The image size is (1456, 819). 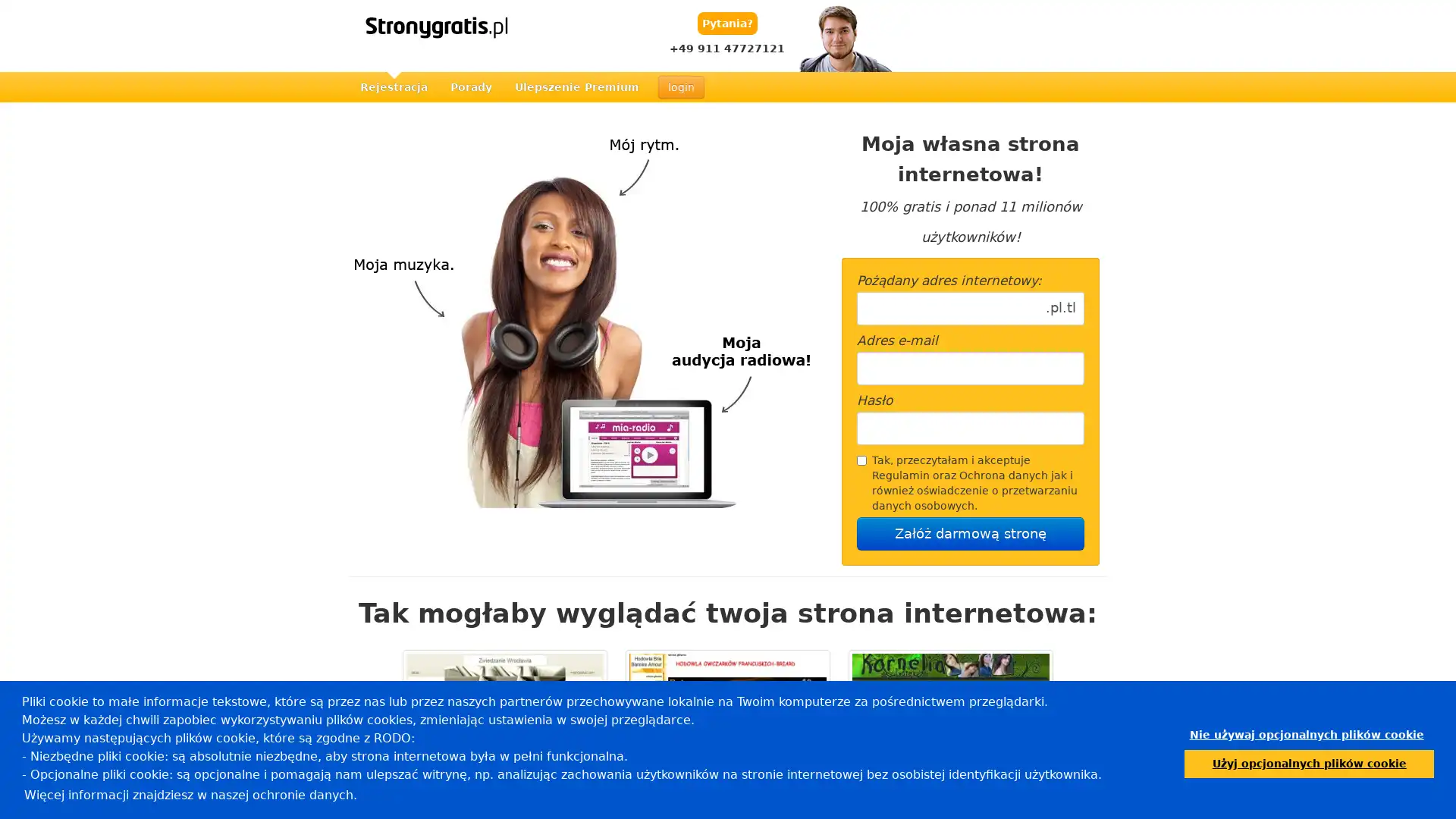 I want to click on allow cookies, so click(x=1308, y=763).